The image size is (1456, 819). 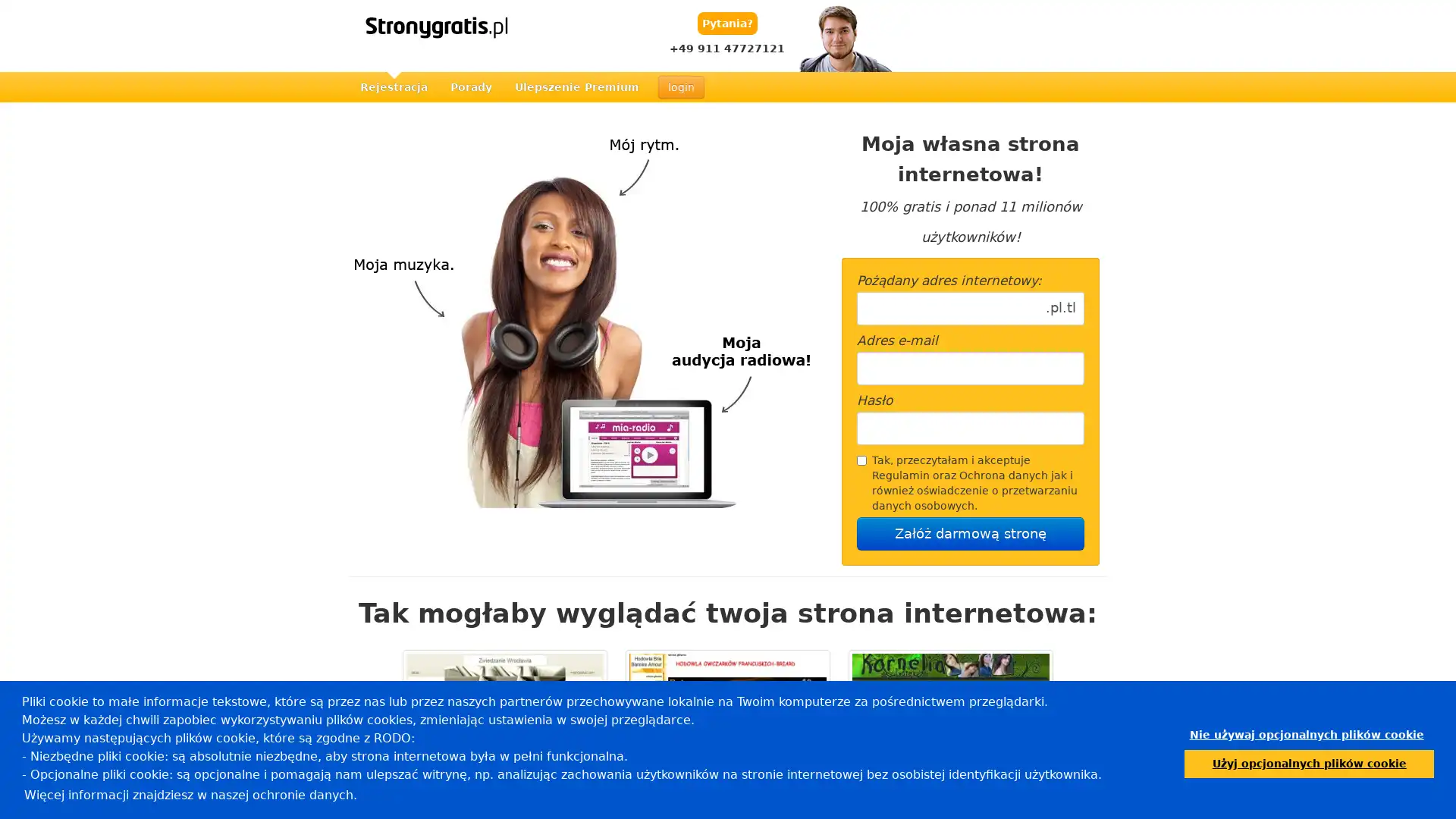 I want to click on allow cookies, so click(x=1308, y=763).